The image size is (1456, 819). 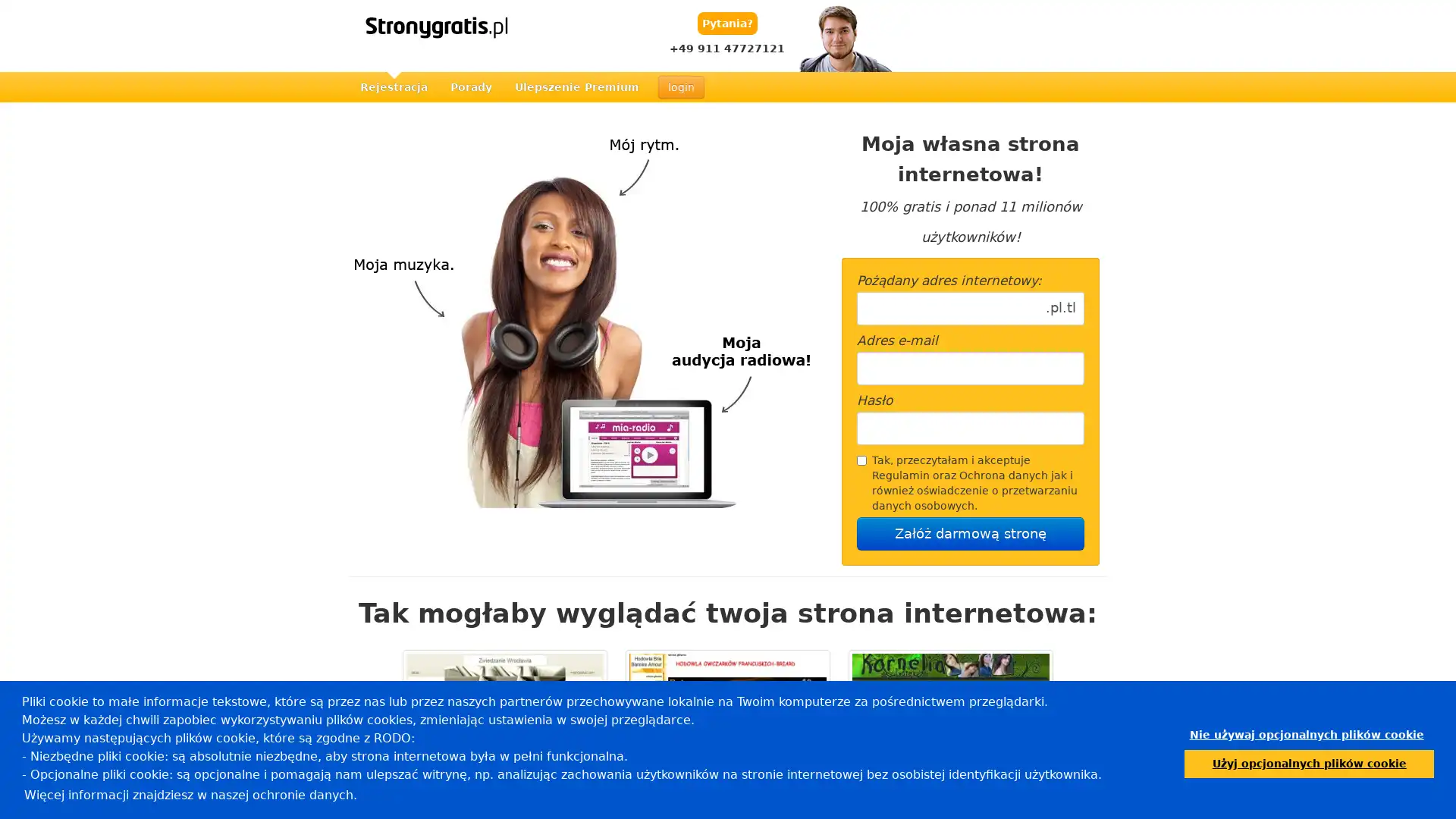 I want to click on allow cookies, so click(x=1308, y=763).